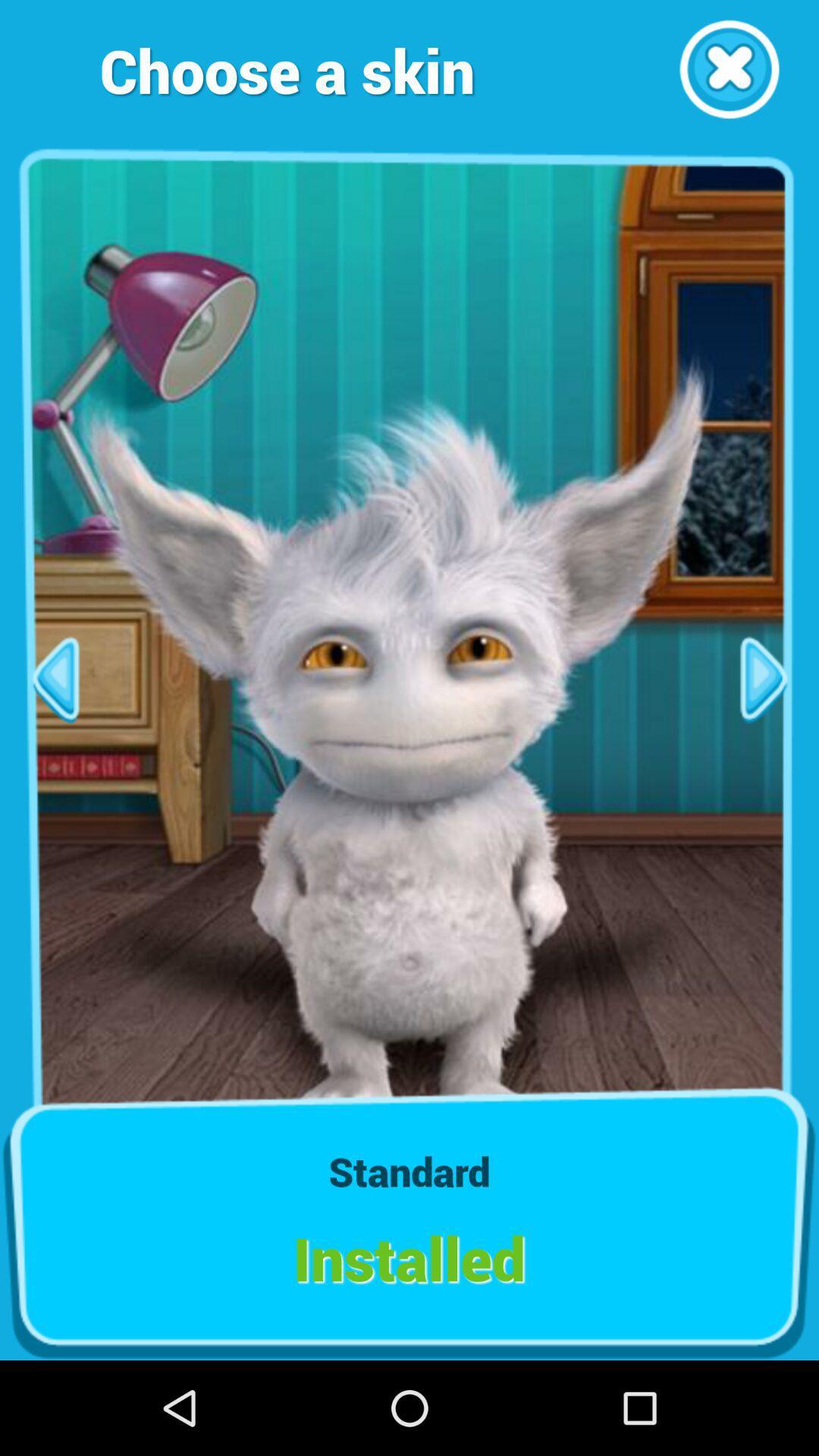 This screenshot has width=819, height=1456. What do you see at coordinates (728, 74) in the screenshot?
I see `the close icon` at bounding box center [728, 74].